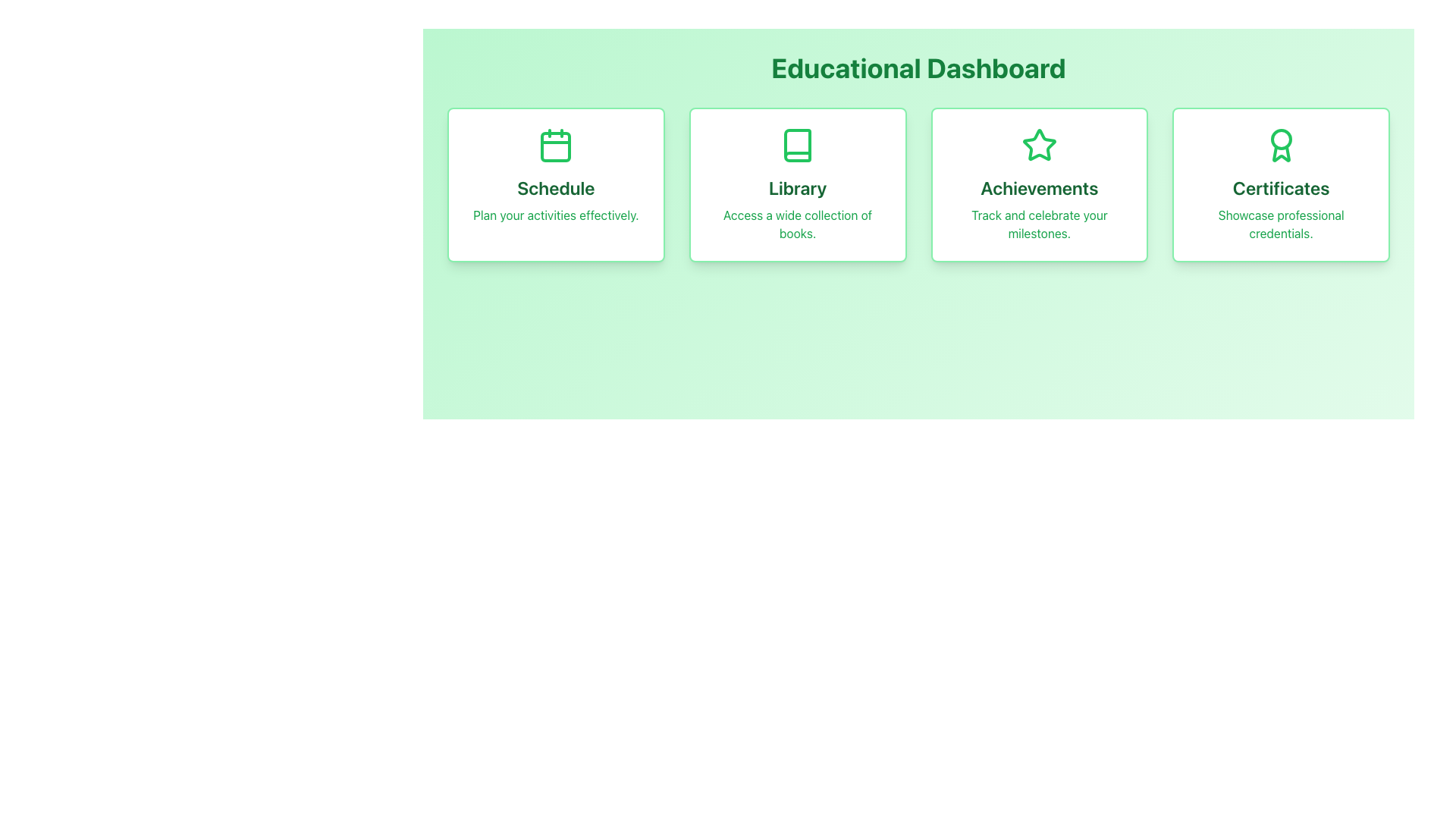  What do you see at coordinates (1280, 224) in the screenshot?
I see `the descriptive text label within the 'Certificates' card, which is the fourth card in the row of styled cards` at bounding box center [1280, 224].